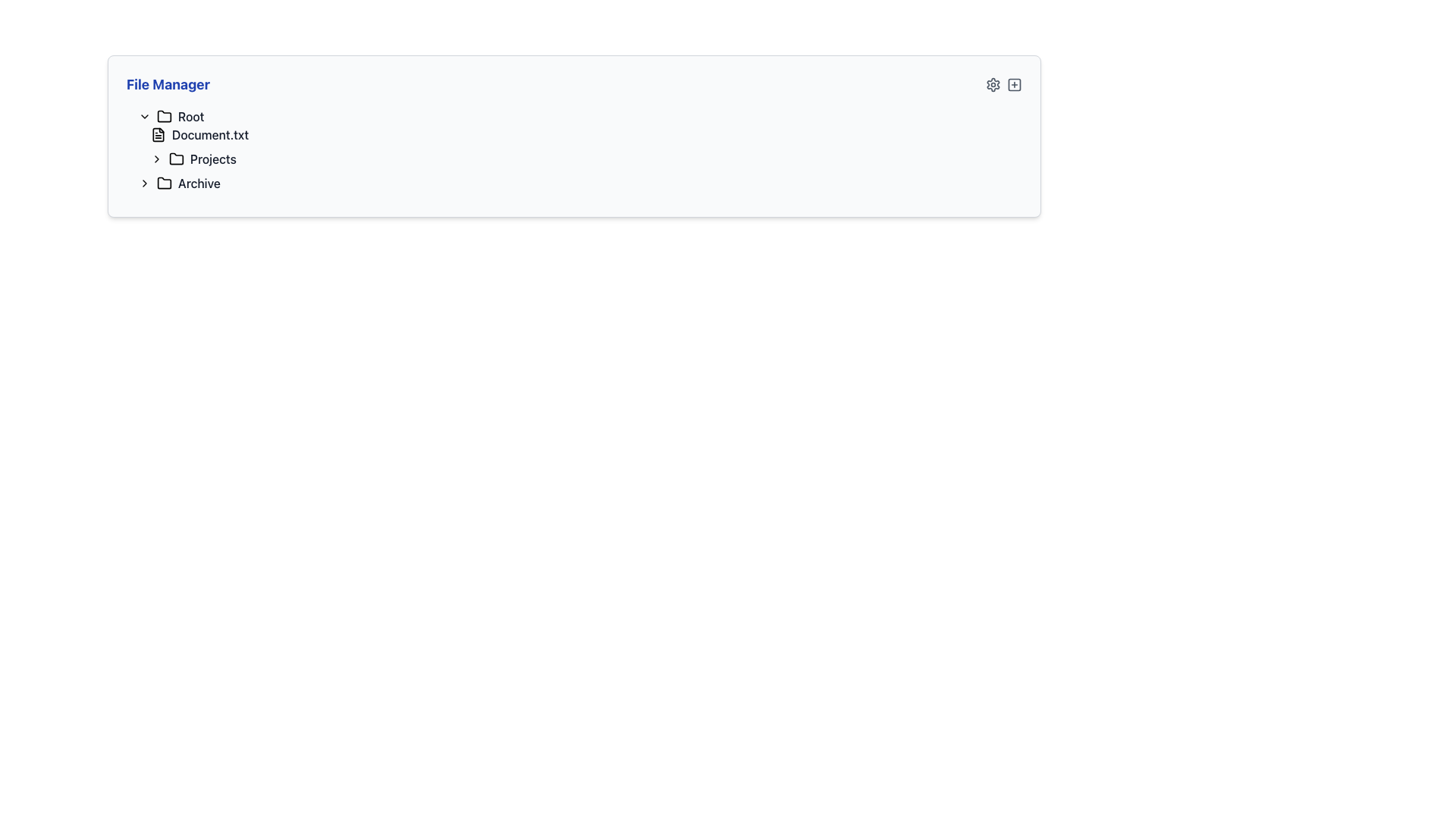 The height and width of the screenshot is (819, 1456). I want to click on the folder icon representing the 'Root' directory, so click(164, 115).